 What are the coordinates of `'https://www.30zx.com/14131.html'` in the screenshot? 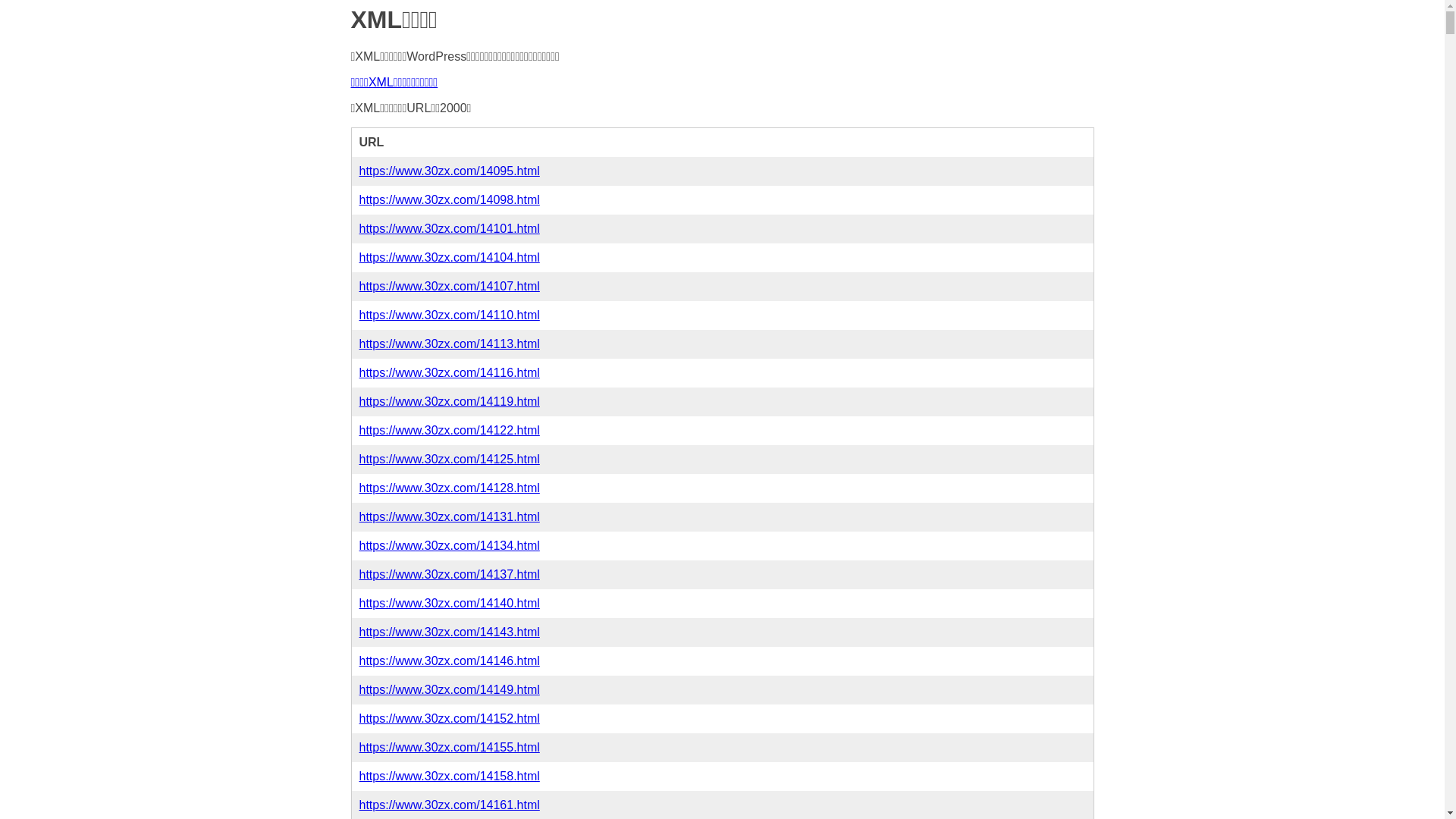 It's located at (449, 516).